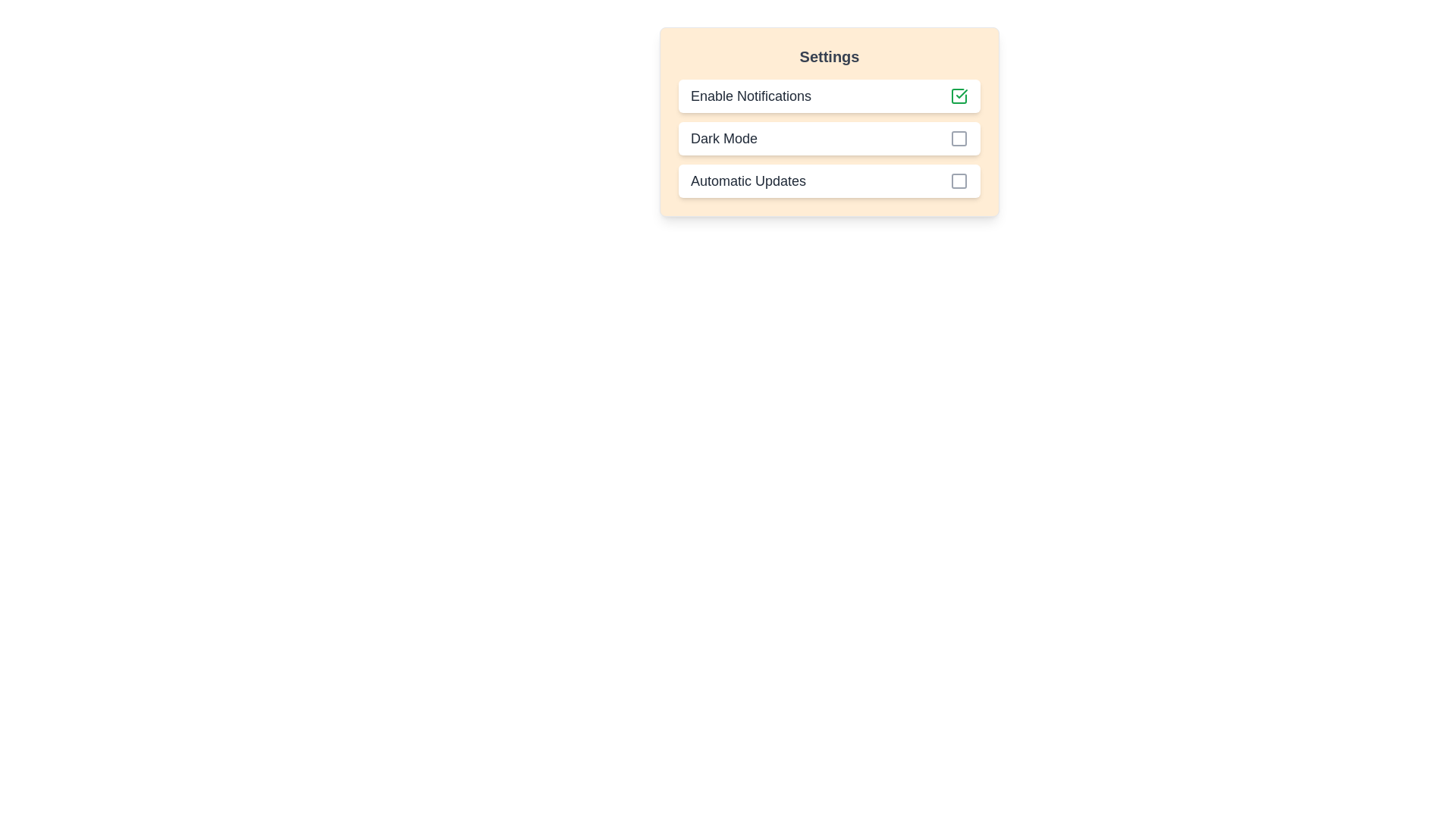 Image resolution: width=1456 pixels, height=819 pixels. What do you see at coordinates (829, 138) in the screenshot?
I see `the checkbox labeled 'Dark Mode'` at bounding box center [829, 138].